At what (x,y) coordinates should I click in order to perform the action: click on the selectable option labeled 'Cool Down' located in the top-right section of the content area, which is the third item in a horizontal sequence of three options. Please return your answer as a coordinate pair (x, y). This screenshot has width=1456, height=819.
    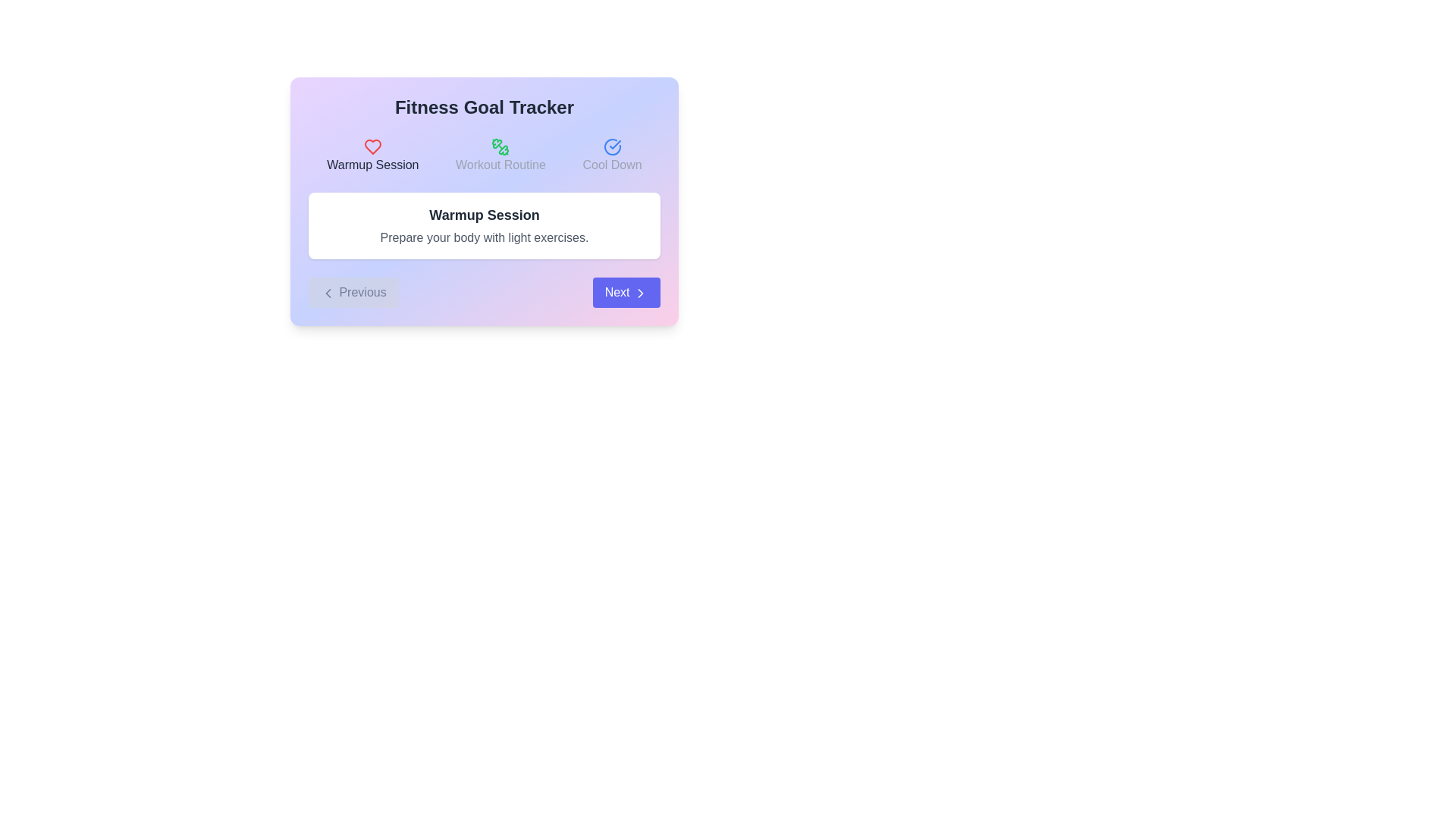
    Looking at the image, I should click on (612, 155).